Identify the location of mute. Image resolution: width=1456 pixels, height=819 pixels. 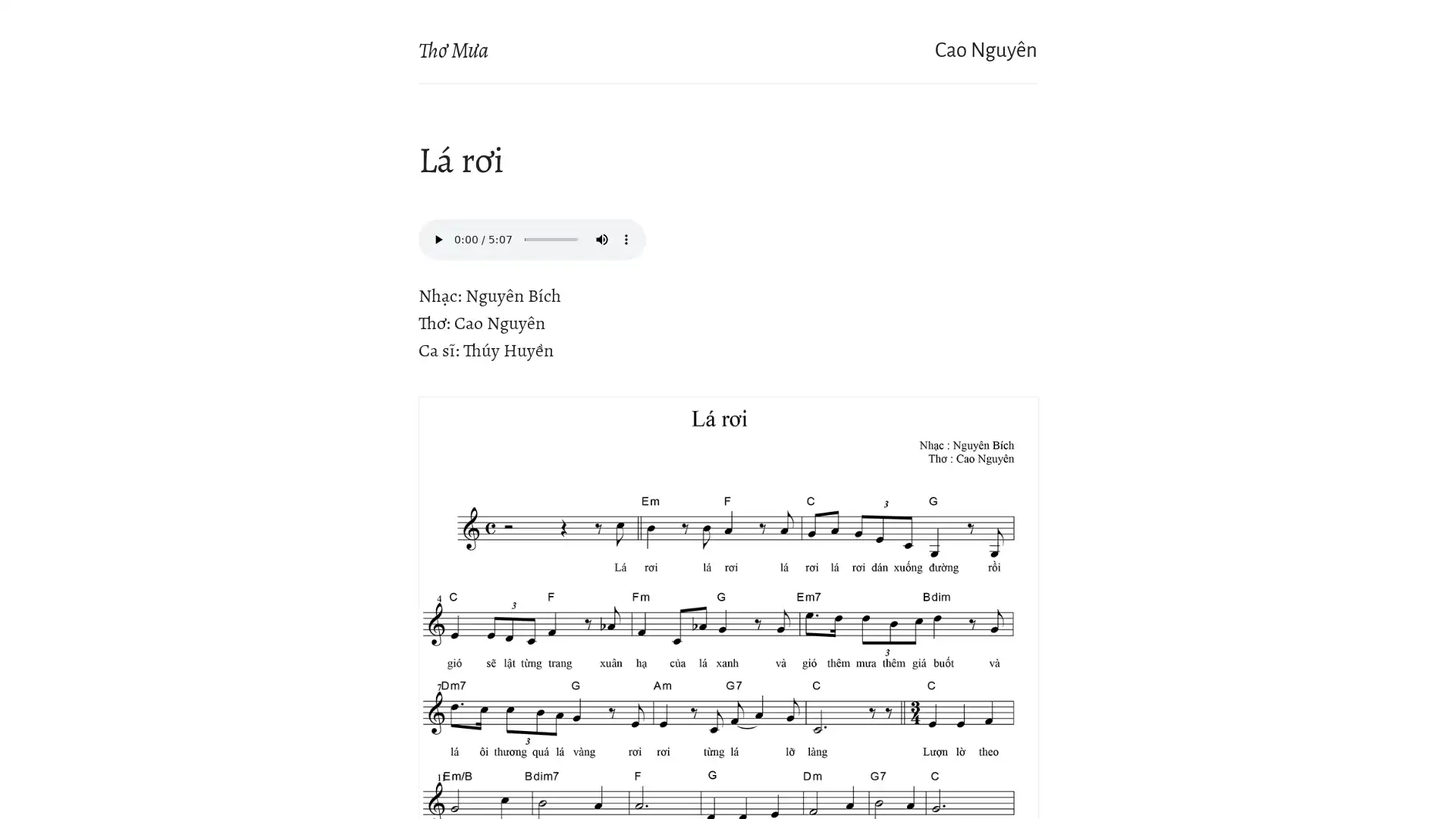
(601, 239).